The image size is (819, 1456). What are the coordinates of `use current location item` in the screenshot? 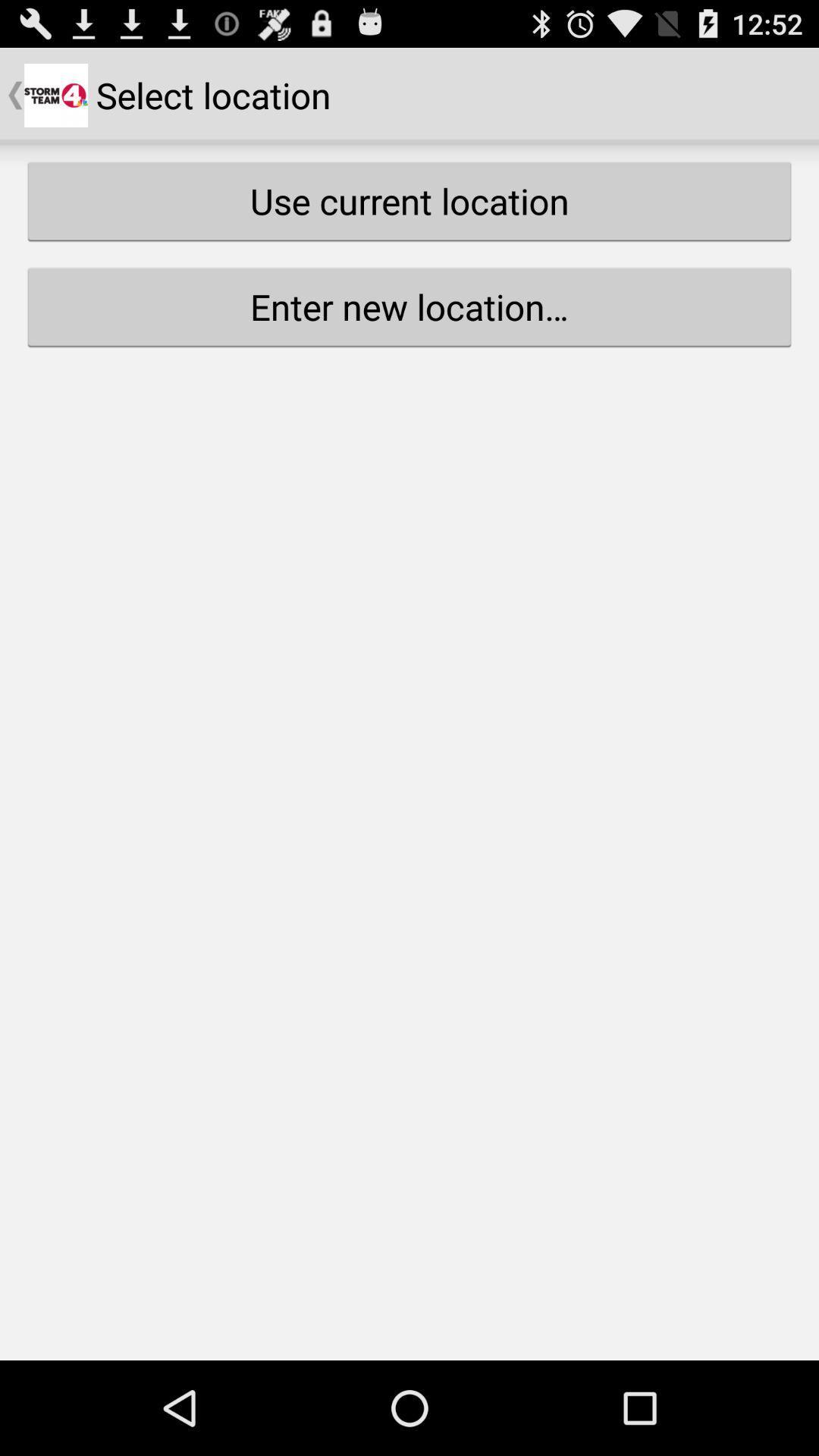 It's located at (409, 200).